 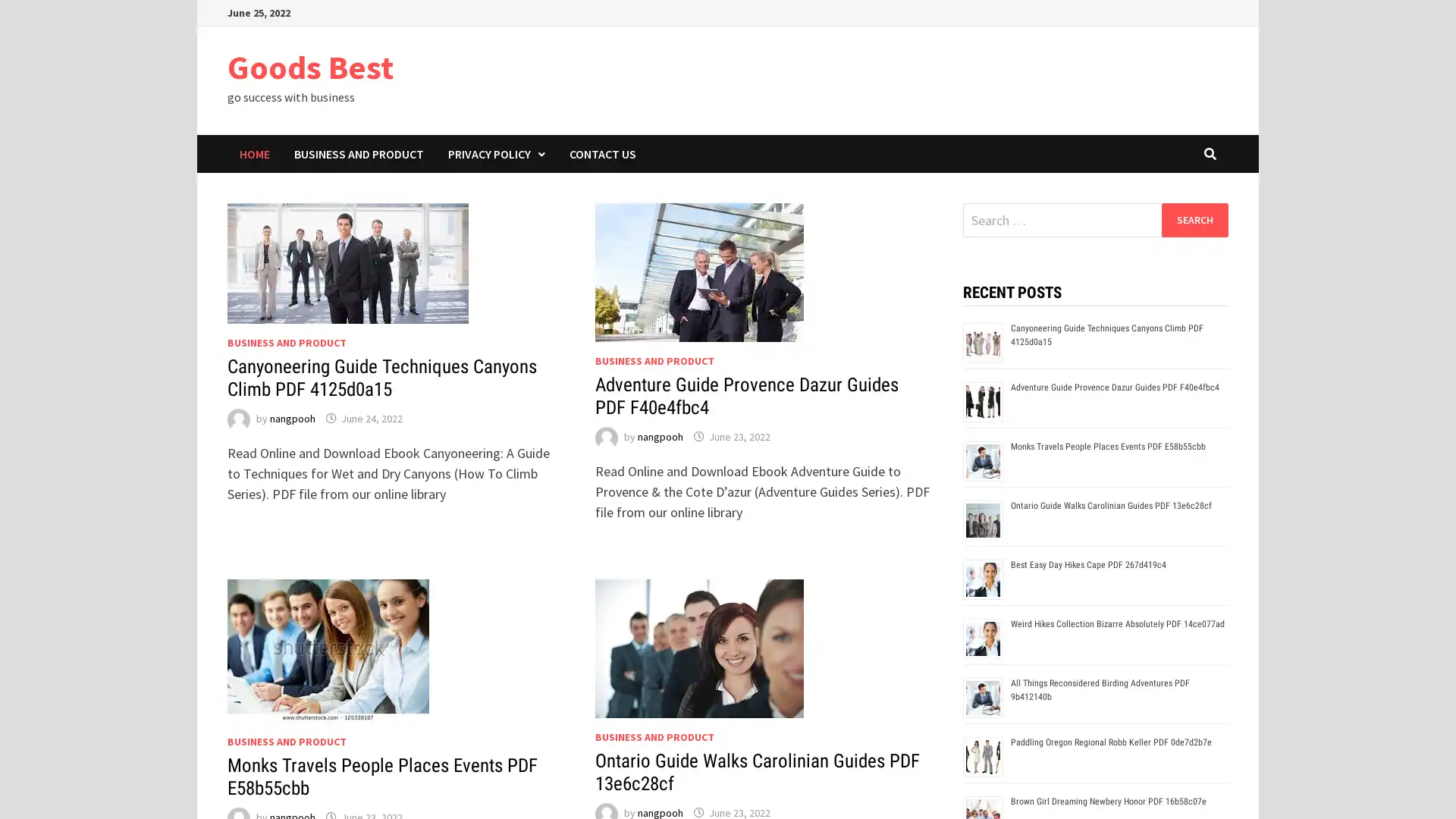 What do you see at coordinates (1194, 219) in the screenshot?
I see `Search` at bounding box center [1194, 219].